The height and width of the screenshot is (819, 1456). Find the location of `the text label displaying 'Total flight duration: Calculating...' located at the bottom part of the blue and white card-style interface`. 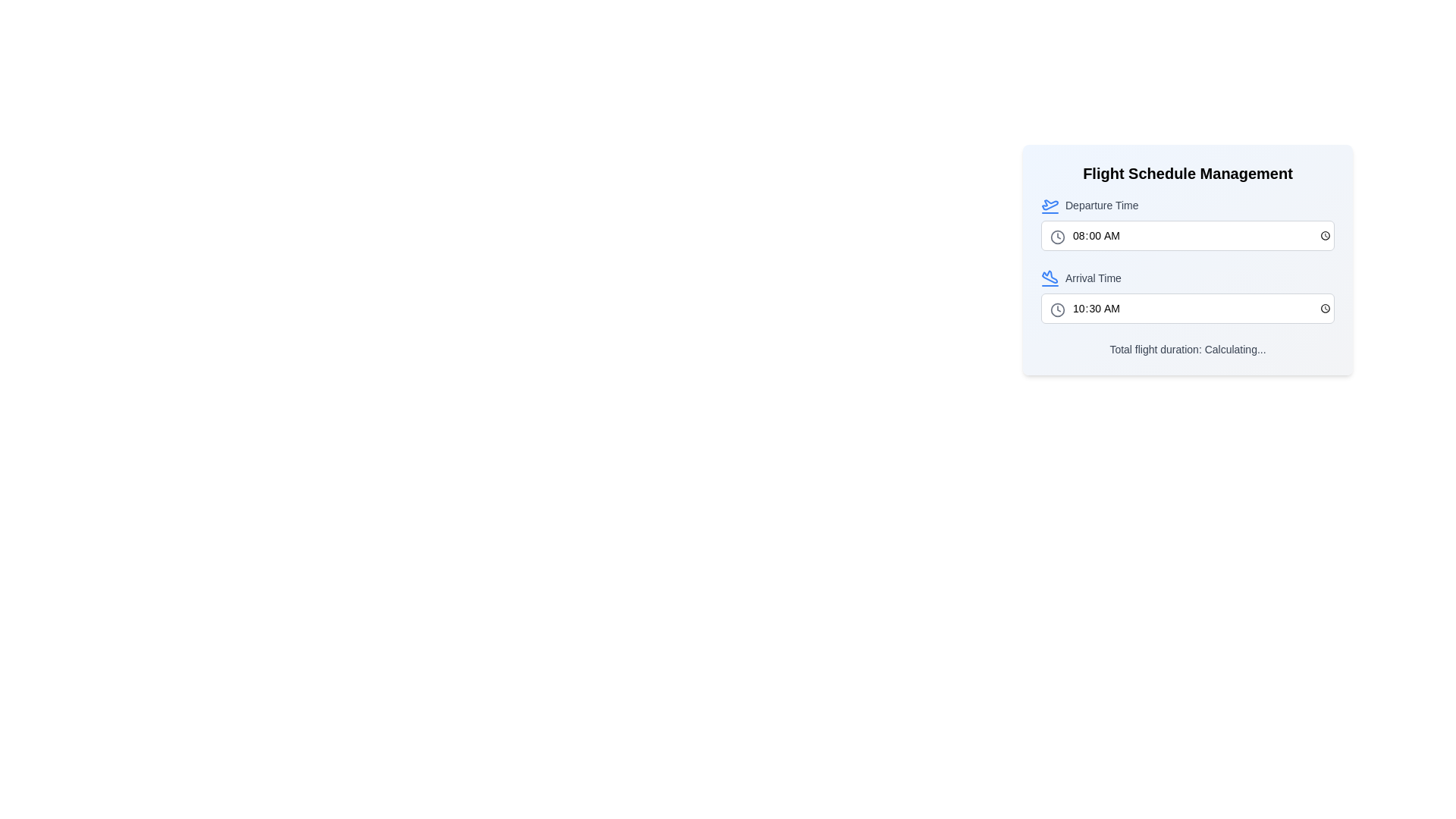

the text label displaying 'Total flight duration: Calculating...' located at the bottom part of the blue and white card-style interface is located at coordinates (1187, 350).